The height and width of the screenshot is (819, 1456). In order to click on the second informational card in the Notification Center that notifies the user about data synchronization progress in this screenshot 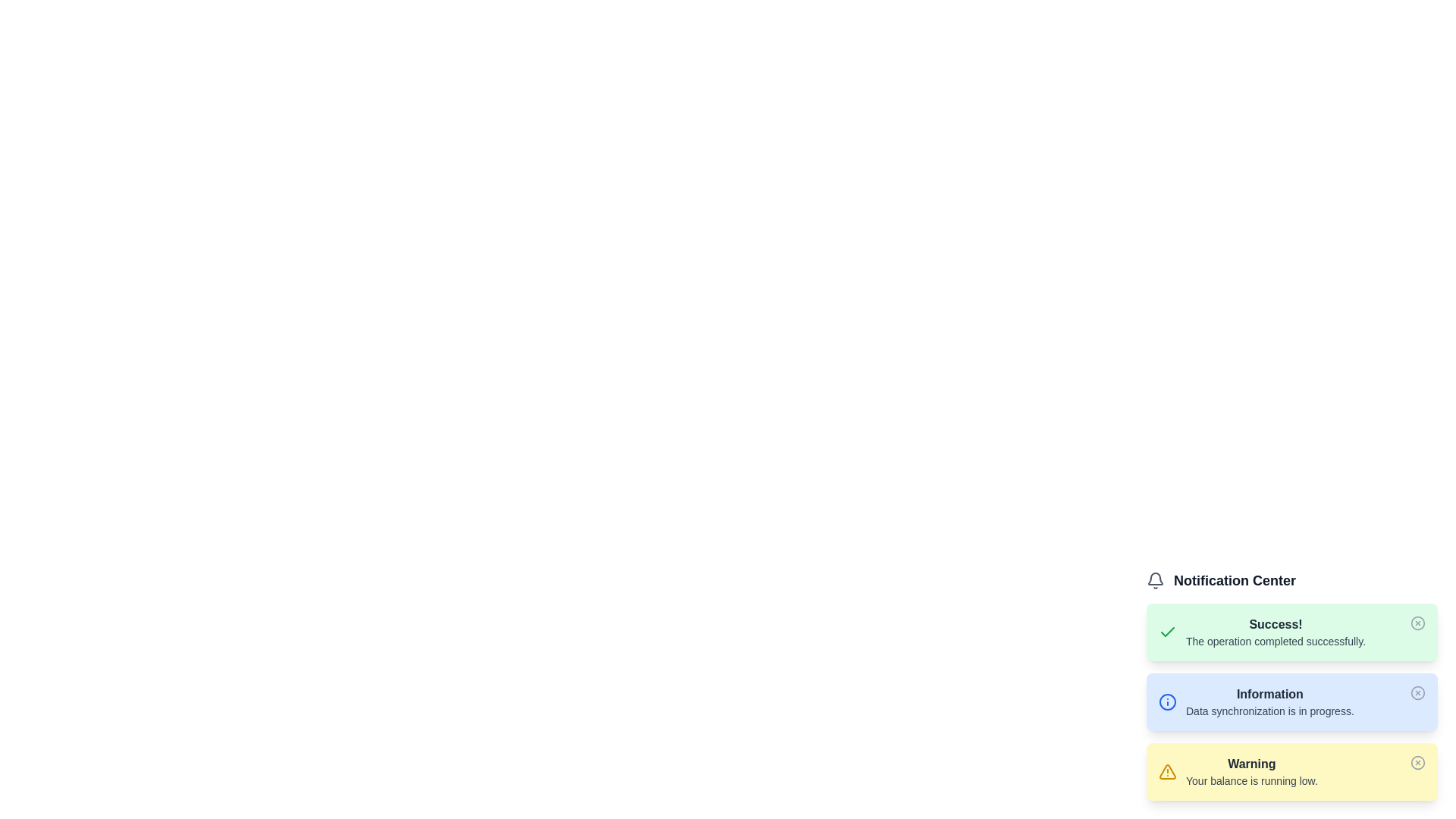, I will do `click(1291, 701)`.